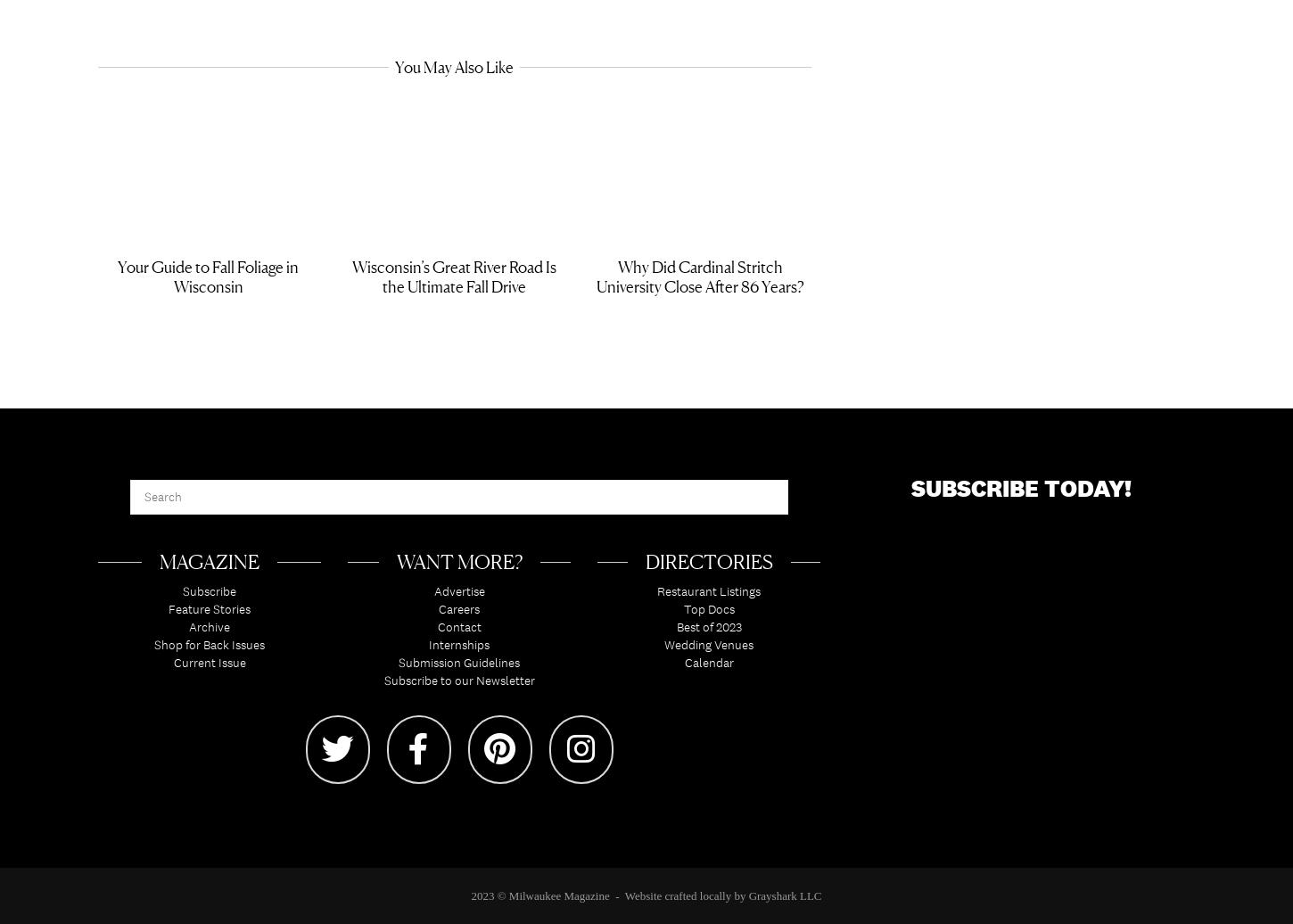 This screenshot has height=924, width=1293. I want to click on '2023 © Milwaukee Magazine', so click(539, 901).